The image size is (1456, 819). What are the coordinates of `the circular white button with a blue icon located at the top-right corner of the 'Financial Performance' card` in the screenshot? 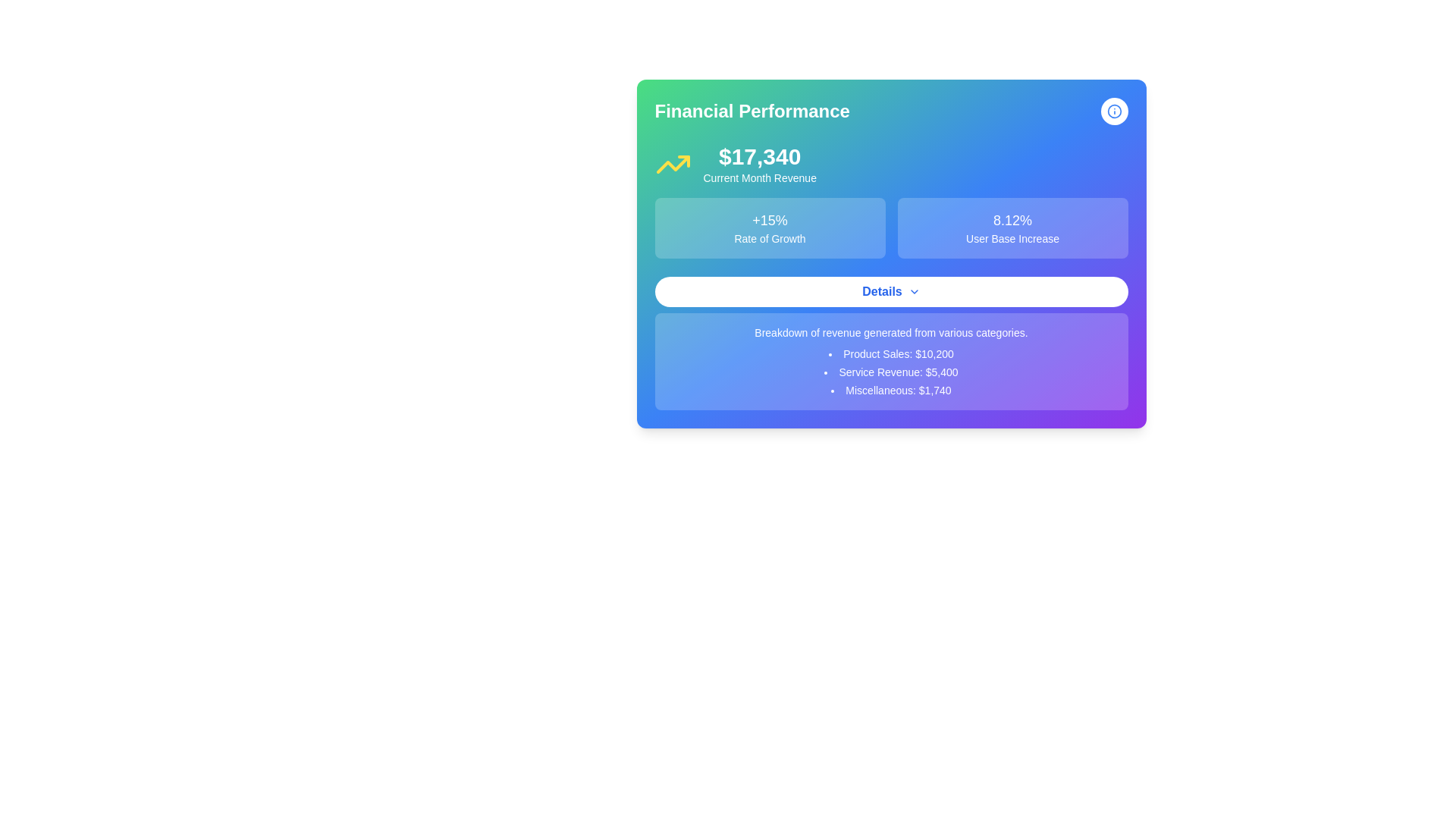 It's located at (1114, 110).